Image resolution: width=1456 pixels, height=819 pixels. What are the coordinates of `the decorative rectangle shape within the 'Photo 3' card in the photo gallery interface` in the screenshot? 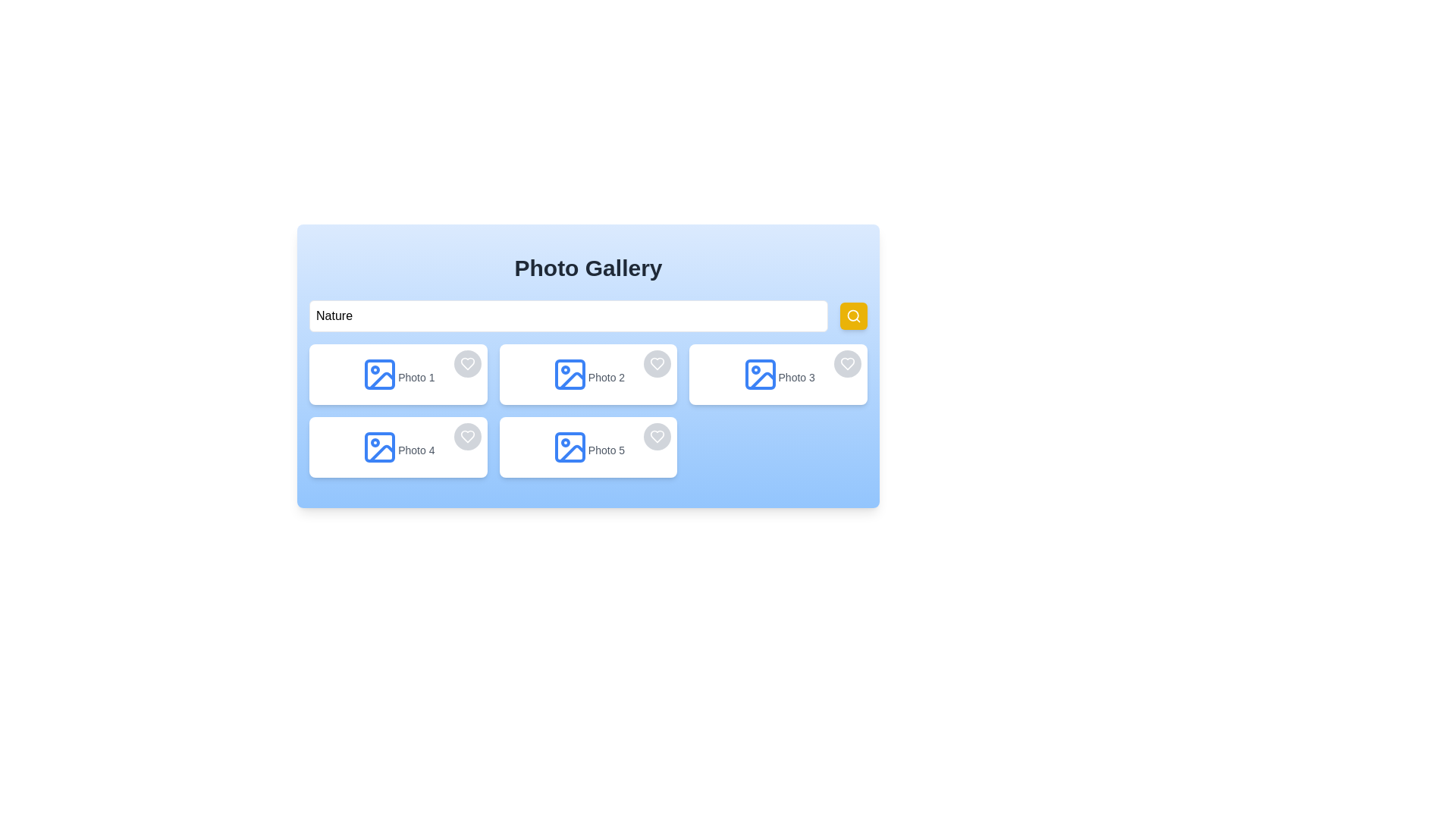 It's located at (760, 374).